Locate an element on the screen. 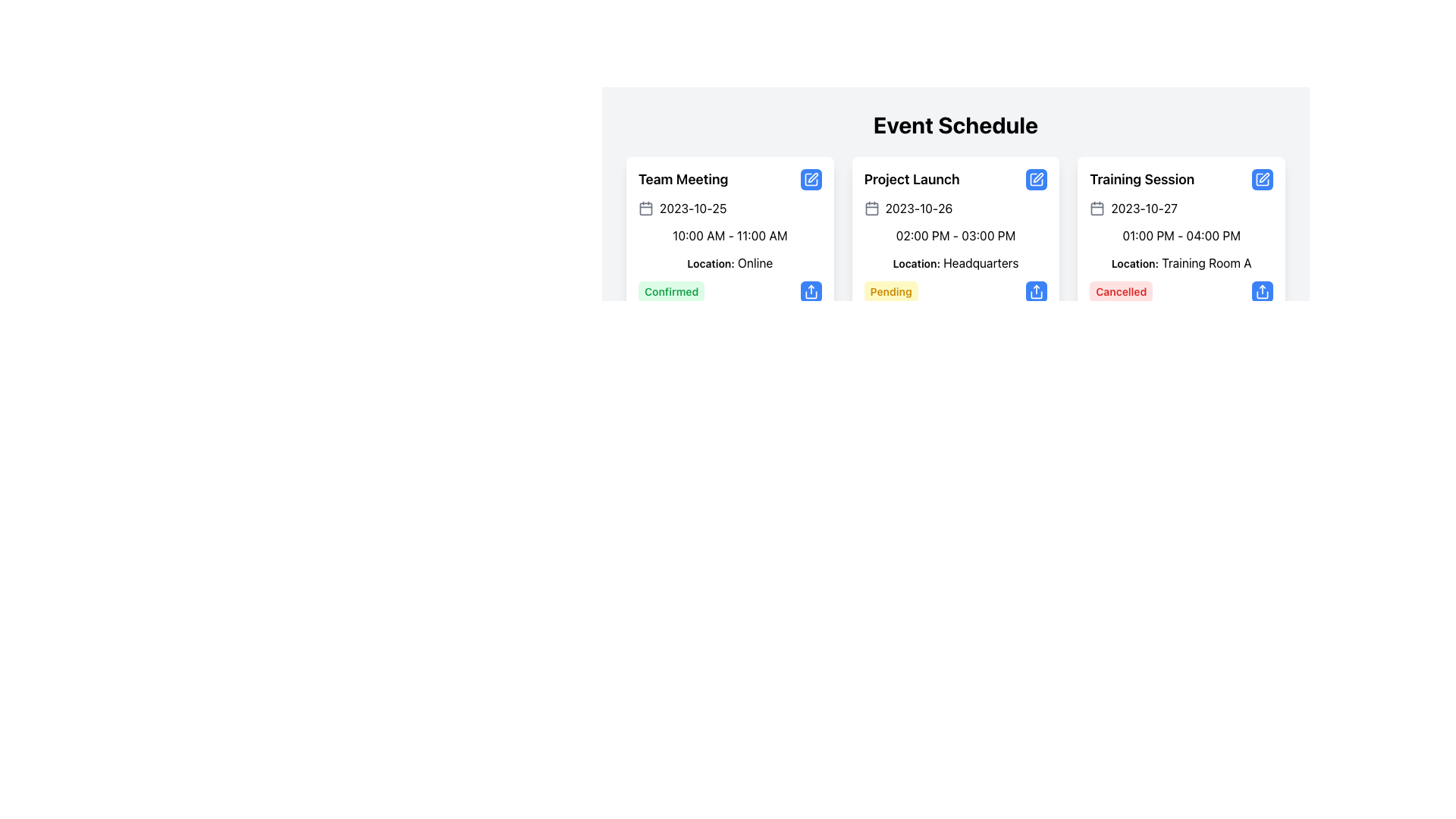  the text label that indicates the location details of the event, which is positioned beneath the time range text and to the left of the location details 'Headquarters' in the second event card is located at coordinates (915, 262).